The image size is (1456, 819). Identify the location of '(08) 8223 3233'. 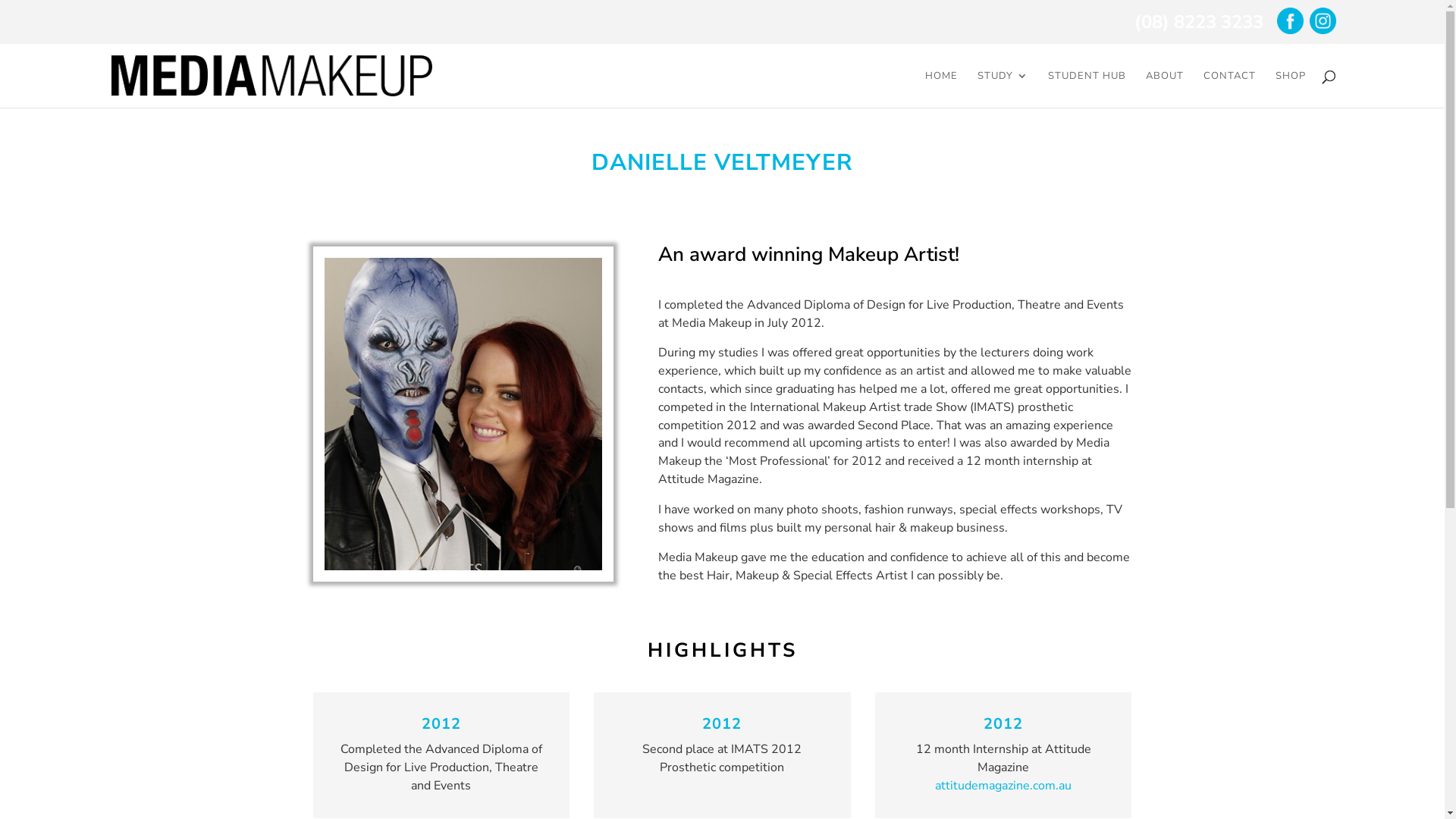
(1197, 21).